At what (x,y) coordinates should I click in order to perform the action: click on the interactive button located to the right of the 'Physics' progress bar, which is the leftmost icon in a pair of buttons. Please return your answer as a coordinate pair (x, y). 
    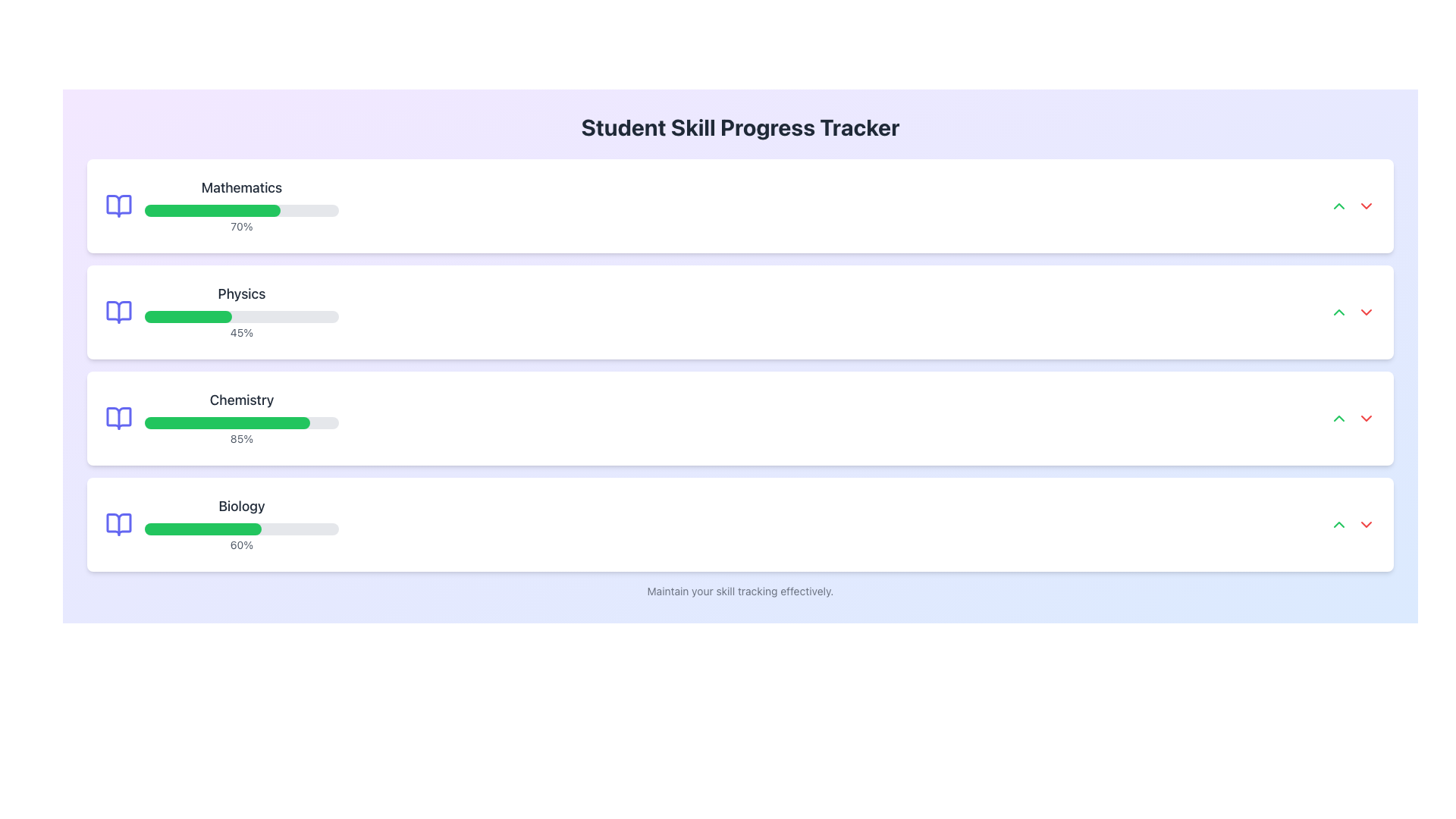
    Looking at the image, I should click on (1339, 312).